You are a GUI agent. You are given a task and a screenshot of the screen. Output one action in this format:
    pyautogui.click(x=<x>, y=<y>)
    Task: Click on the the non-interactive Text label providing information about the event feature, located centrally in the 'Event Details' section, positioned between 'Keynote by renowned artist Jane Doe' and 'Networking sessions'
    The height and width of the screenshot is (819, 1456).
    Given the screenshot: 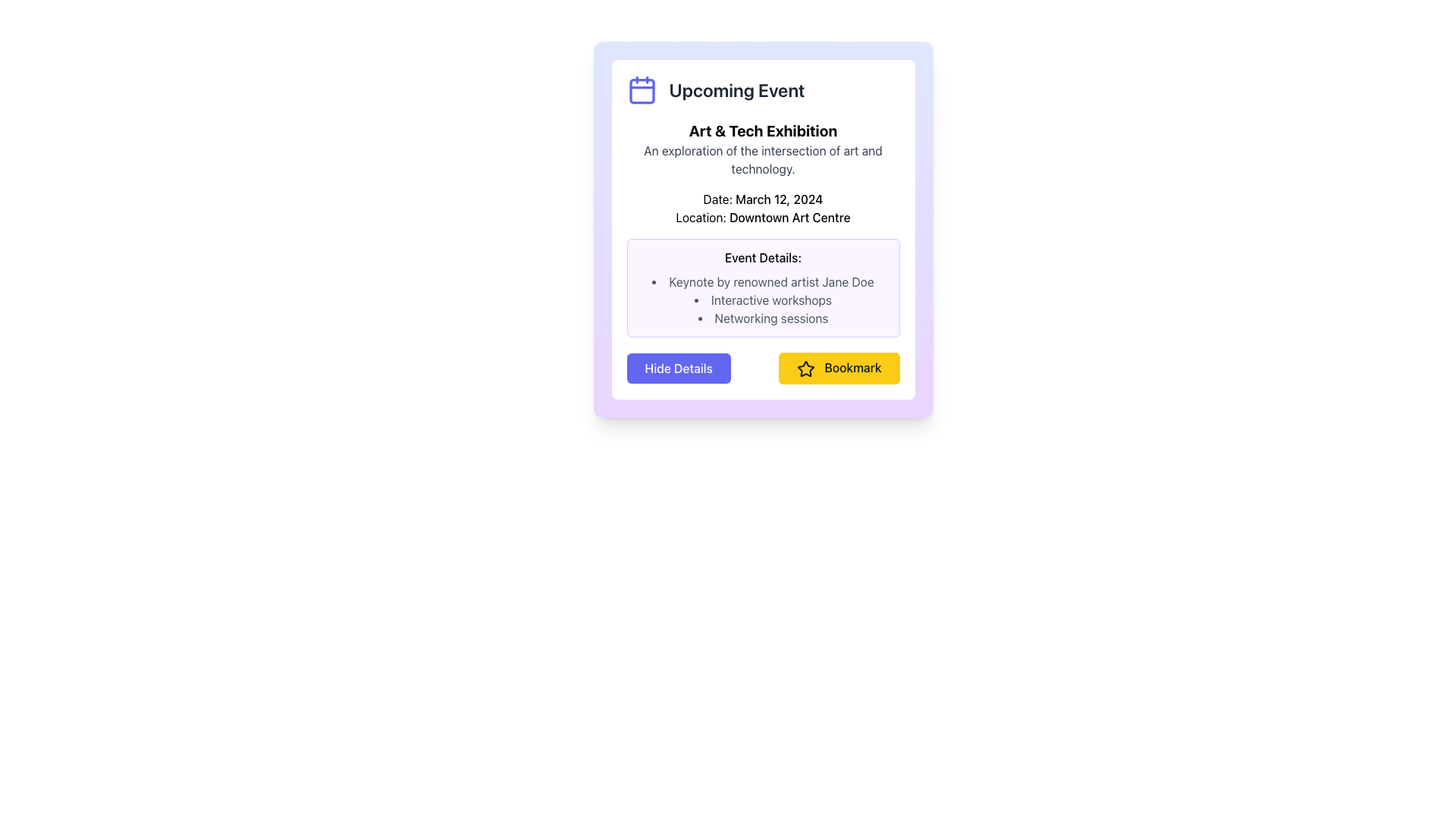 What is the action you would take?
    pyautogui.click(x=763, y=300)
    